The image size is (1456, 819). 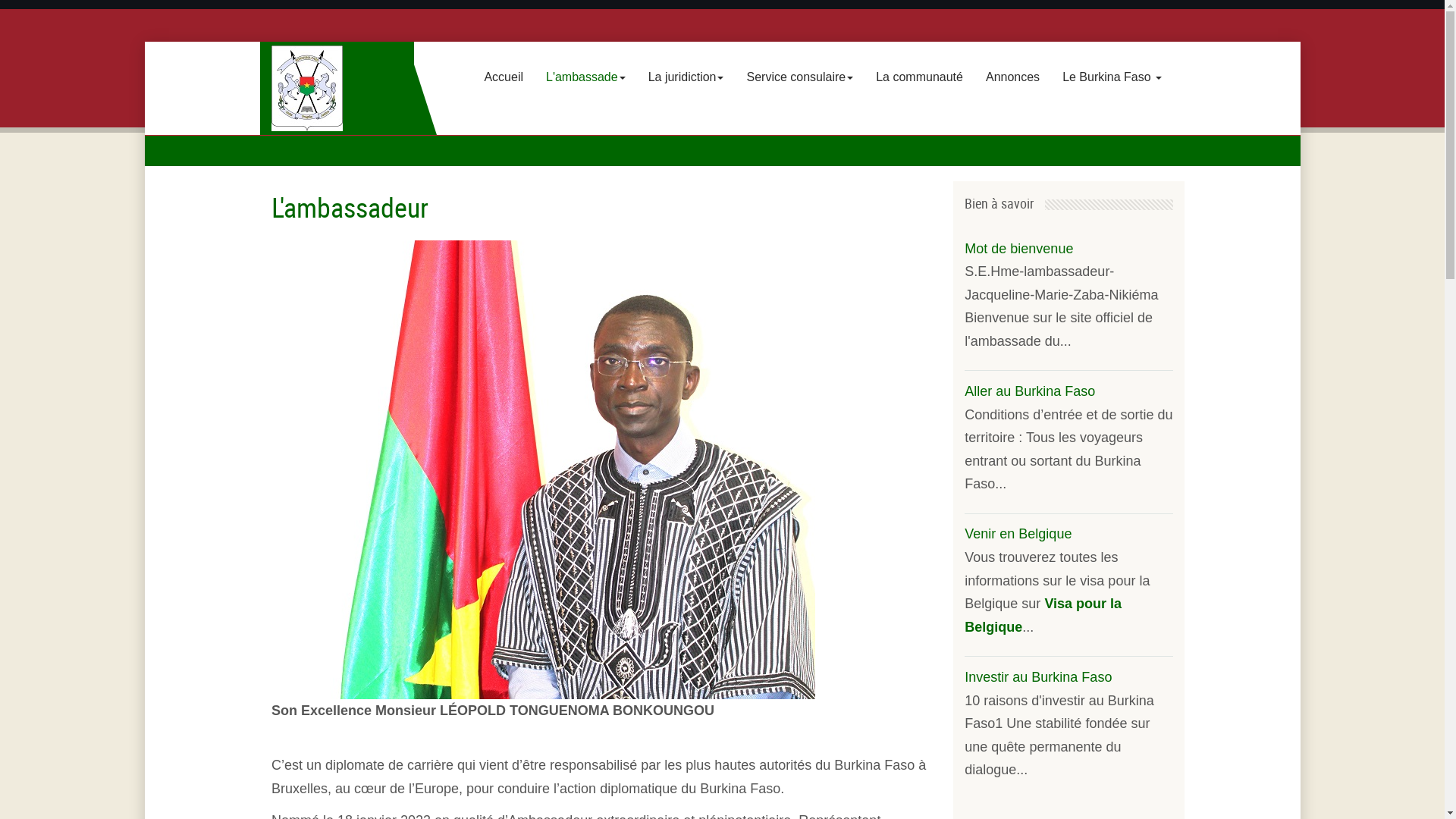 What do you see at coordinates (503, 77) in the screenshot?
I see `'Accueil'` at bounding box center [503, 77].